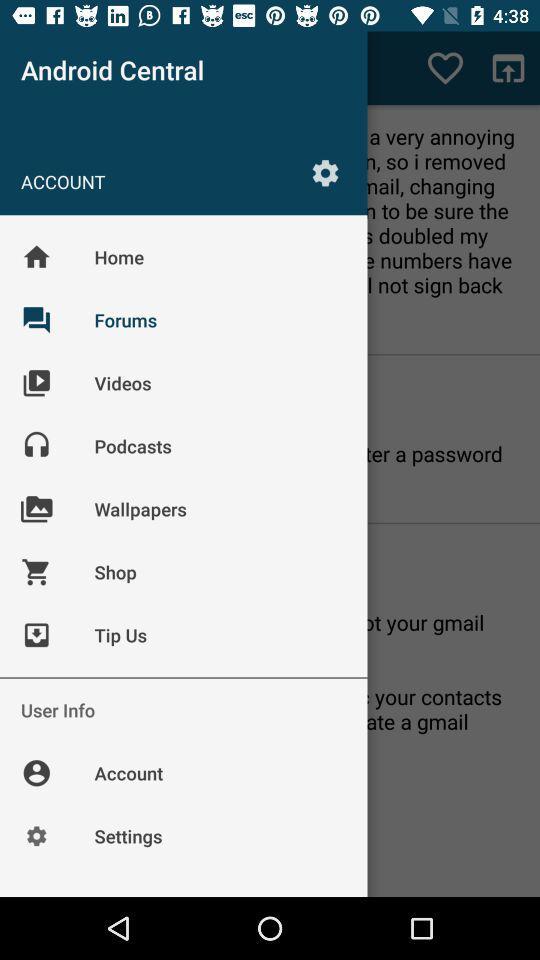 Image resolution: width=540 pixels, height=960 pixels. What do you see at coordinates (325, 171) in the screenshot?
I see `the settings icon` at bounding box center [325, 171].